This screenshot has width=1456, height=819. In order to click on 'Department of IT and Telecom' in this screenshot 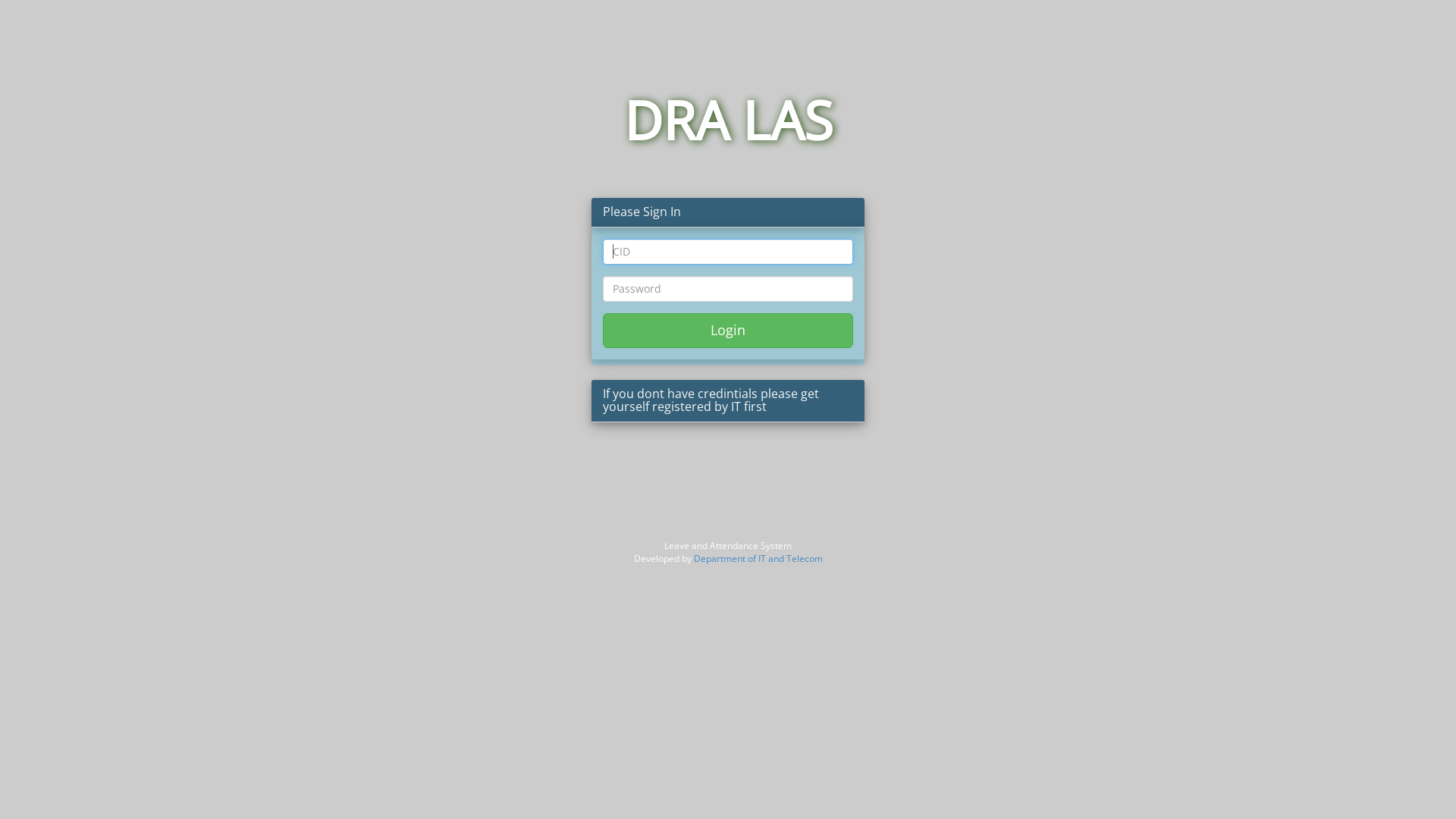, I will do `click(757, 558)`.